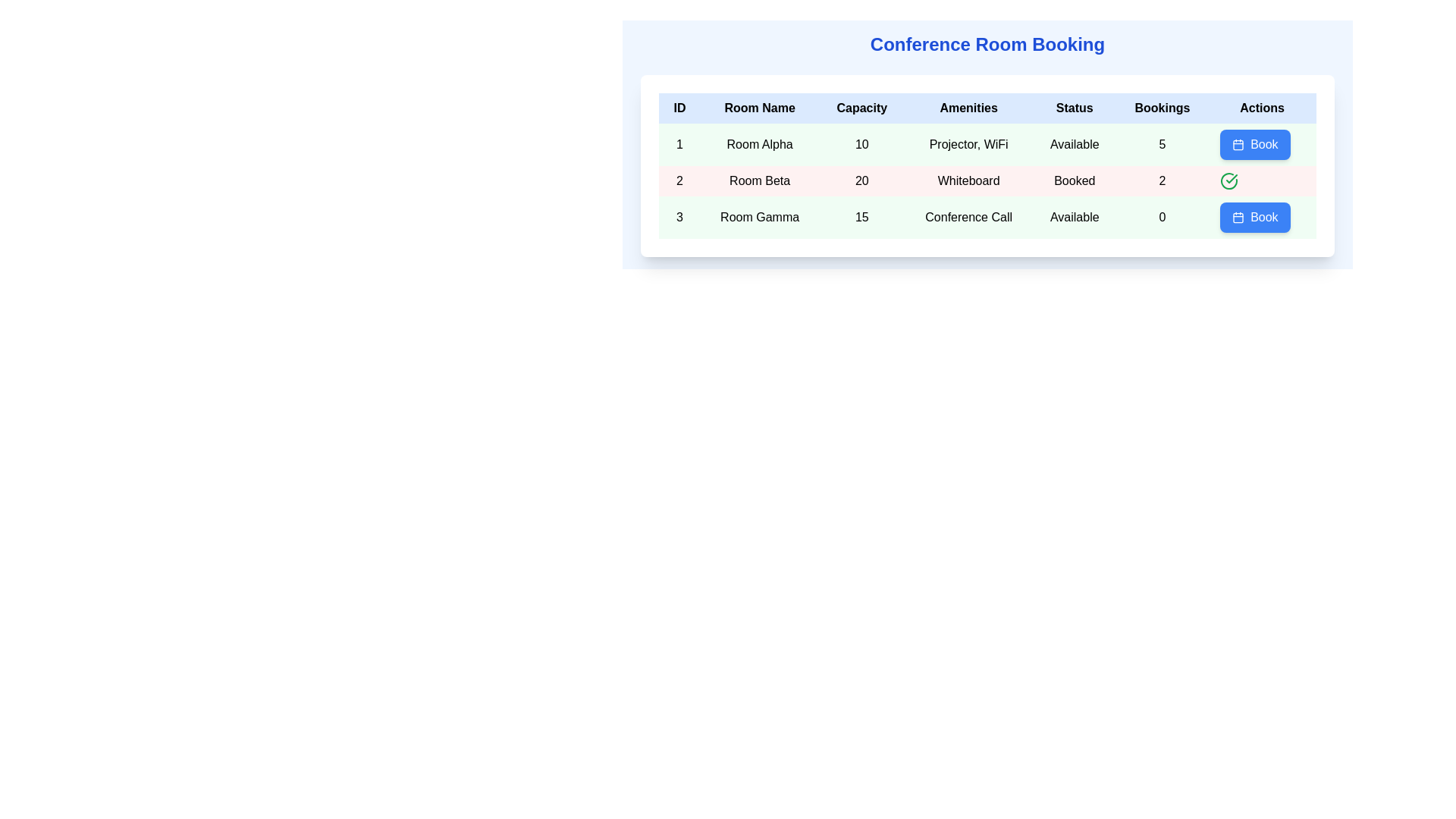  I want to click on the numeral '3' which represents the unique identifier for 'Room Gamma' in the ID column of the table, so click(679, 217).